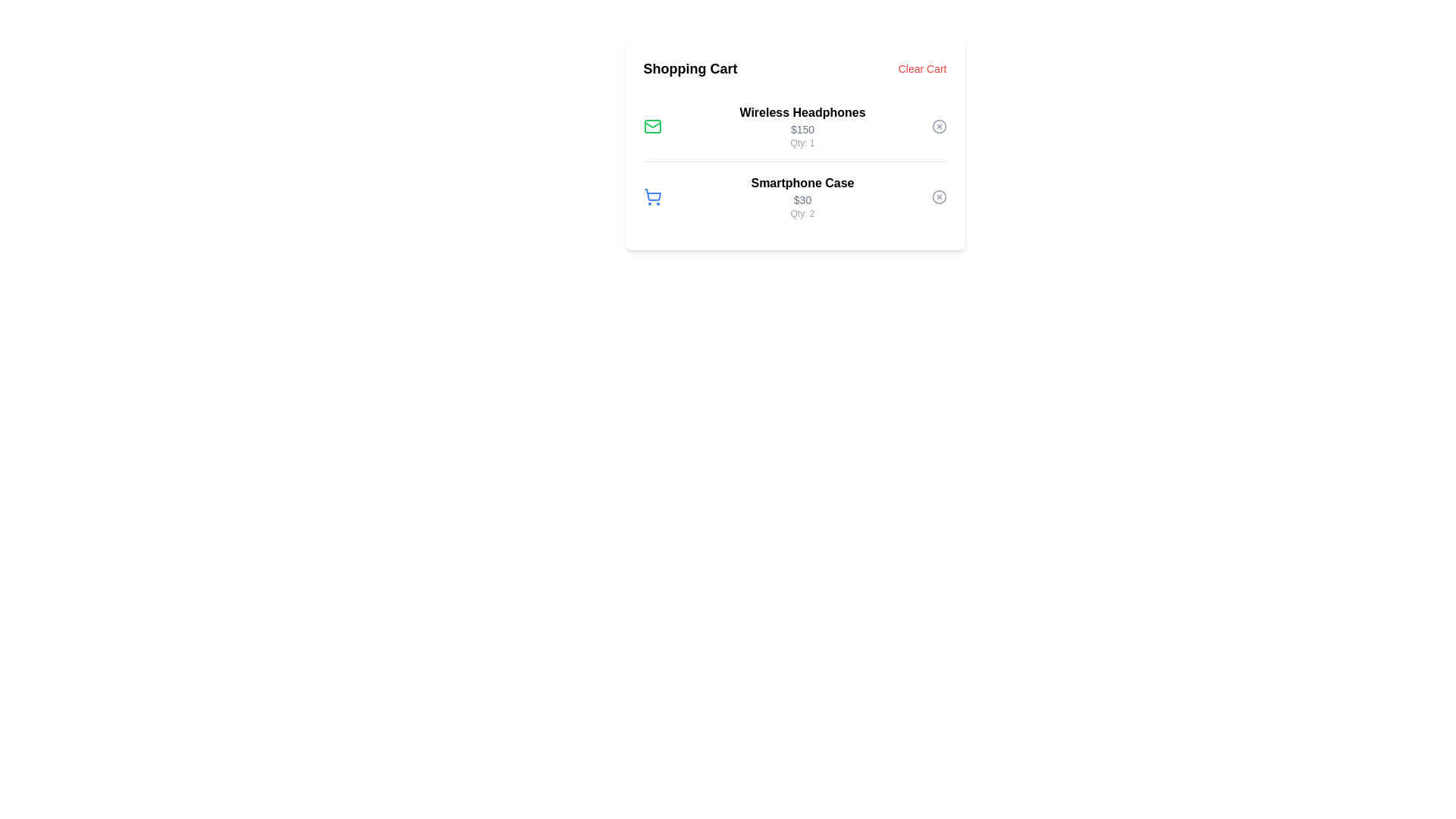 This screenshot has width=1456, height=819. Describe the element at coordinates (802, 213) in the screenshot. I see `the static text label displaying the quantity of 'Smartphone Case' in the shopping cart, which is located below the item's price ('$30')` at that location.